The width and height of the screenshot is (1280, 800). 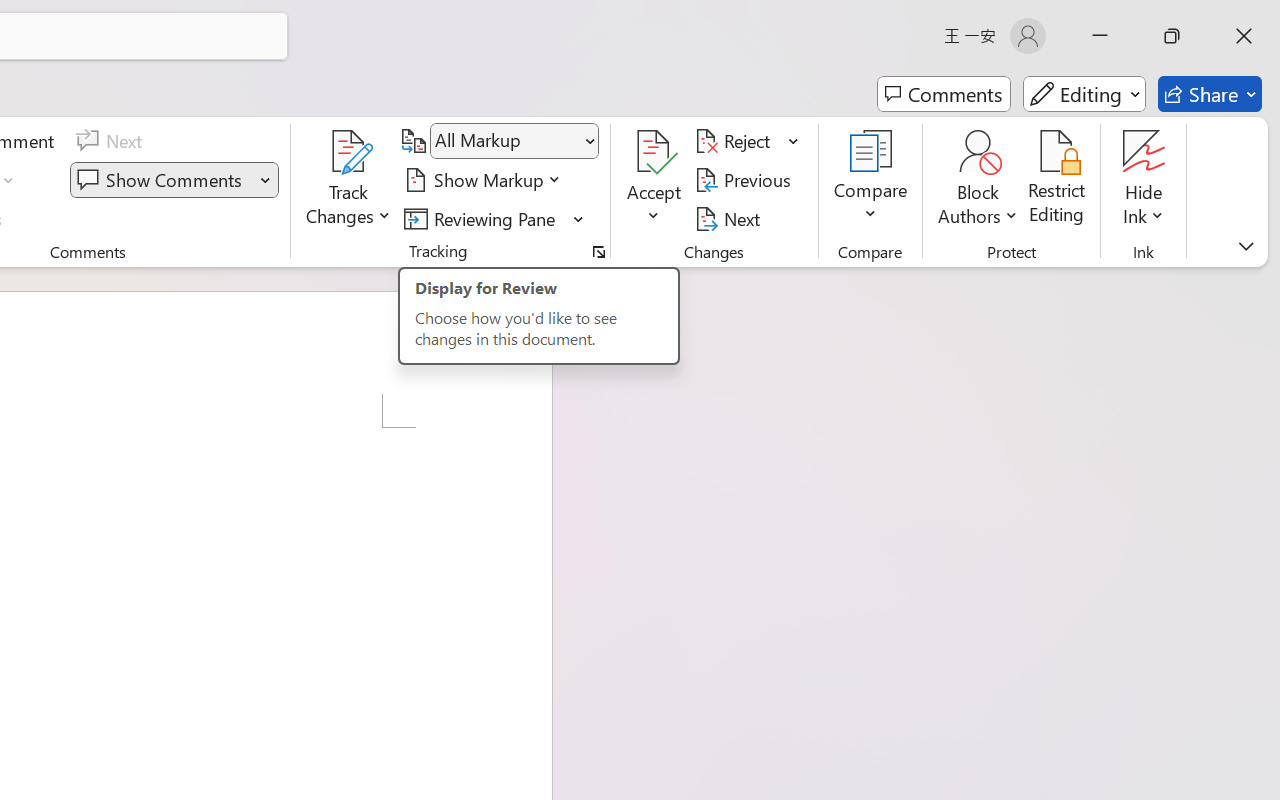 I want to click on 'Block Authors', so click(x=977, y=151).